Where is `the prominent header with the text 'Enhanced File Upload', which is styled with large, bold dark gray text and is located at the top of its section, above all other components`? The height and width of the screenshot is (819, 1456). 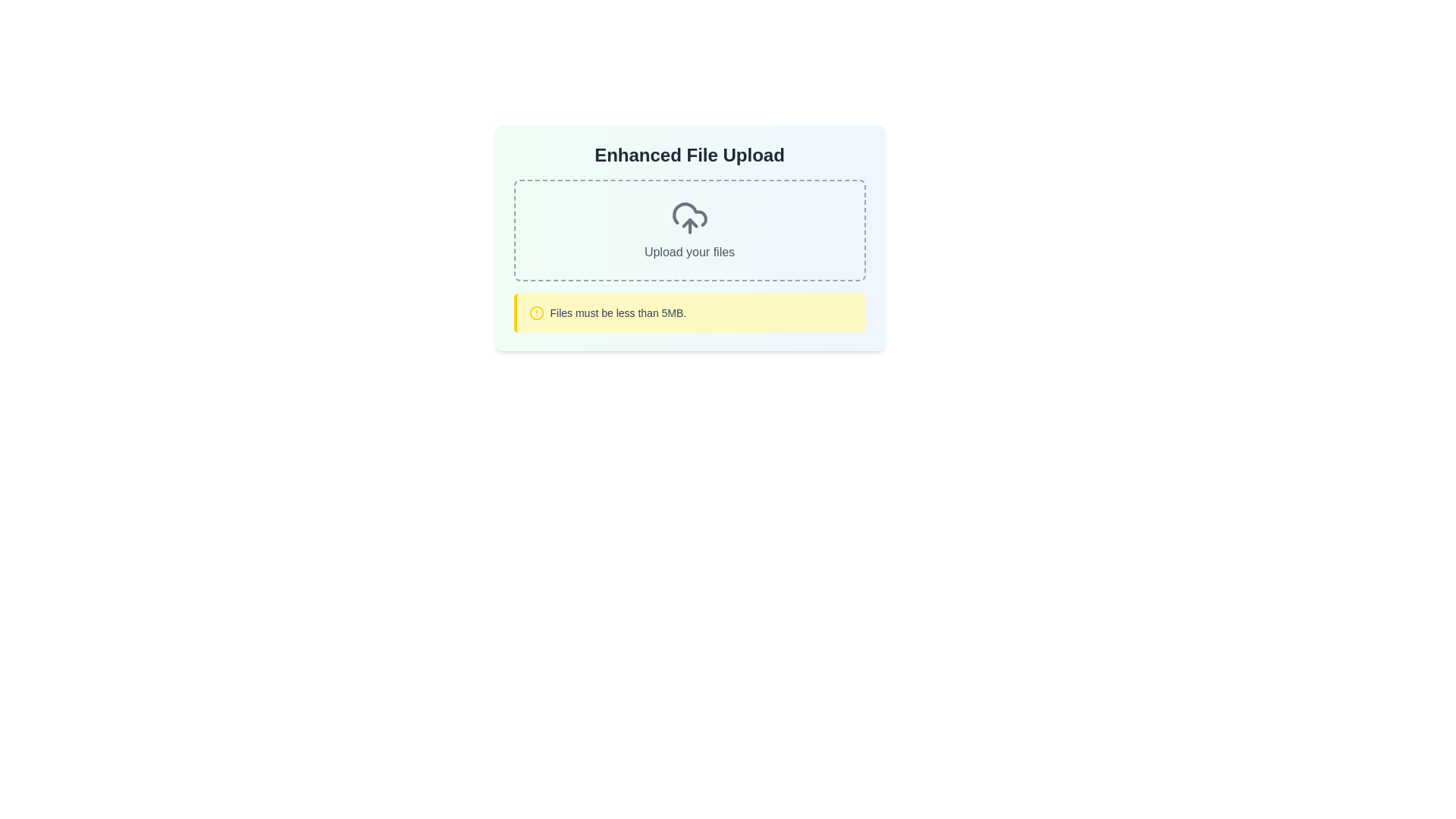 the prominent header with the text 'Enhanced File Upload', which is styled with large, bold dark gray text and is located at the top of its section, above all other components is located at coordinates (689, 155).